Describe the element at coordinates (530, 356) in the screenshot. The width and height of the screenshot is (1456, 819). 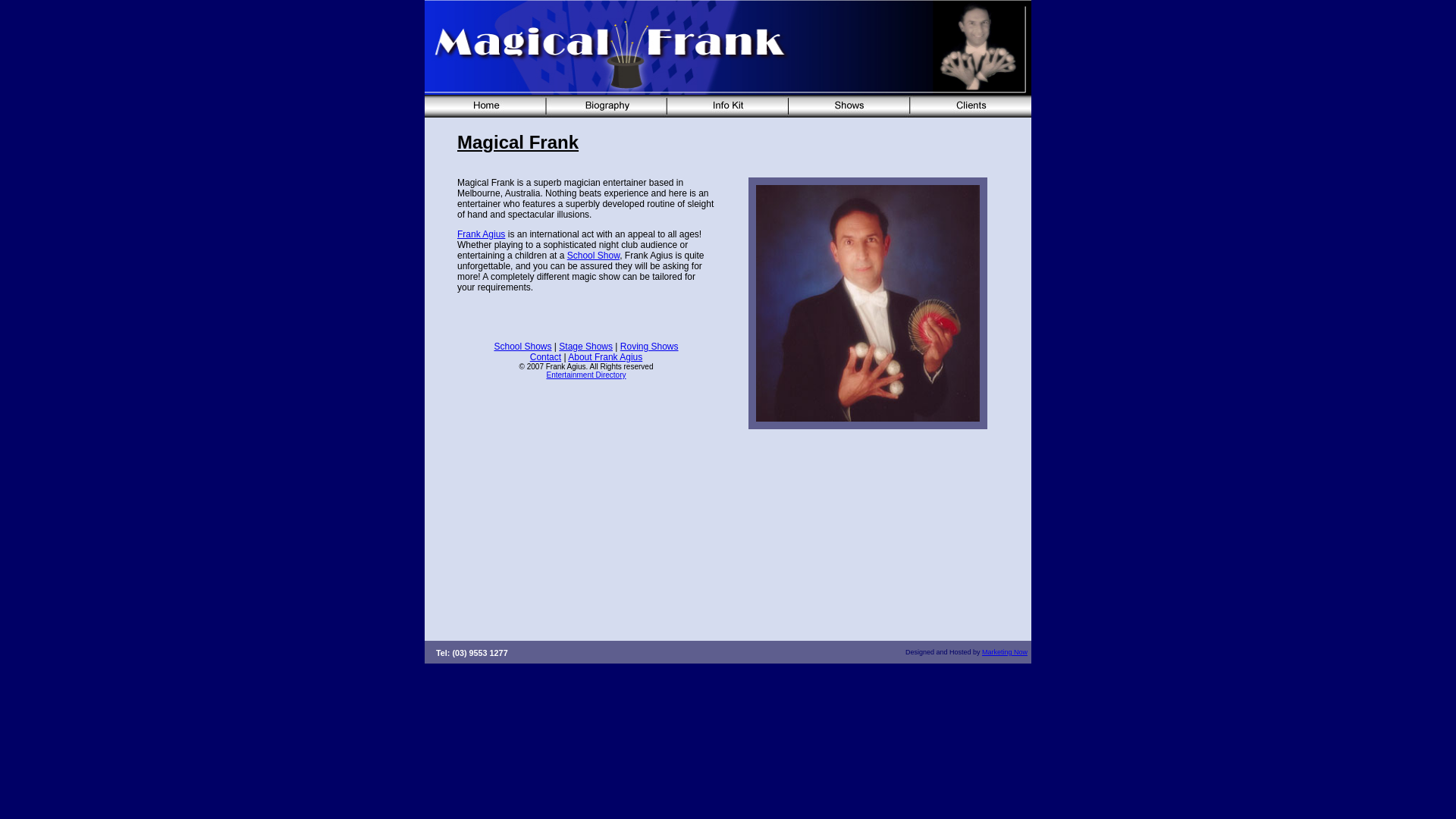
I see `'Contact'` at that location.